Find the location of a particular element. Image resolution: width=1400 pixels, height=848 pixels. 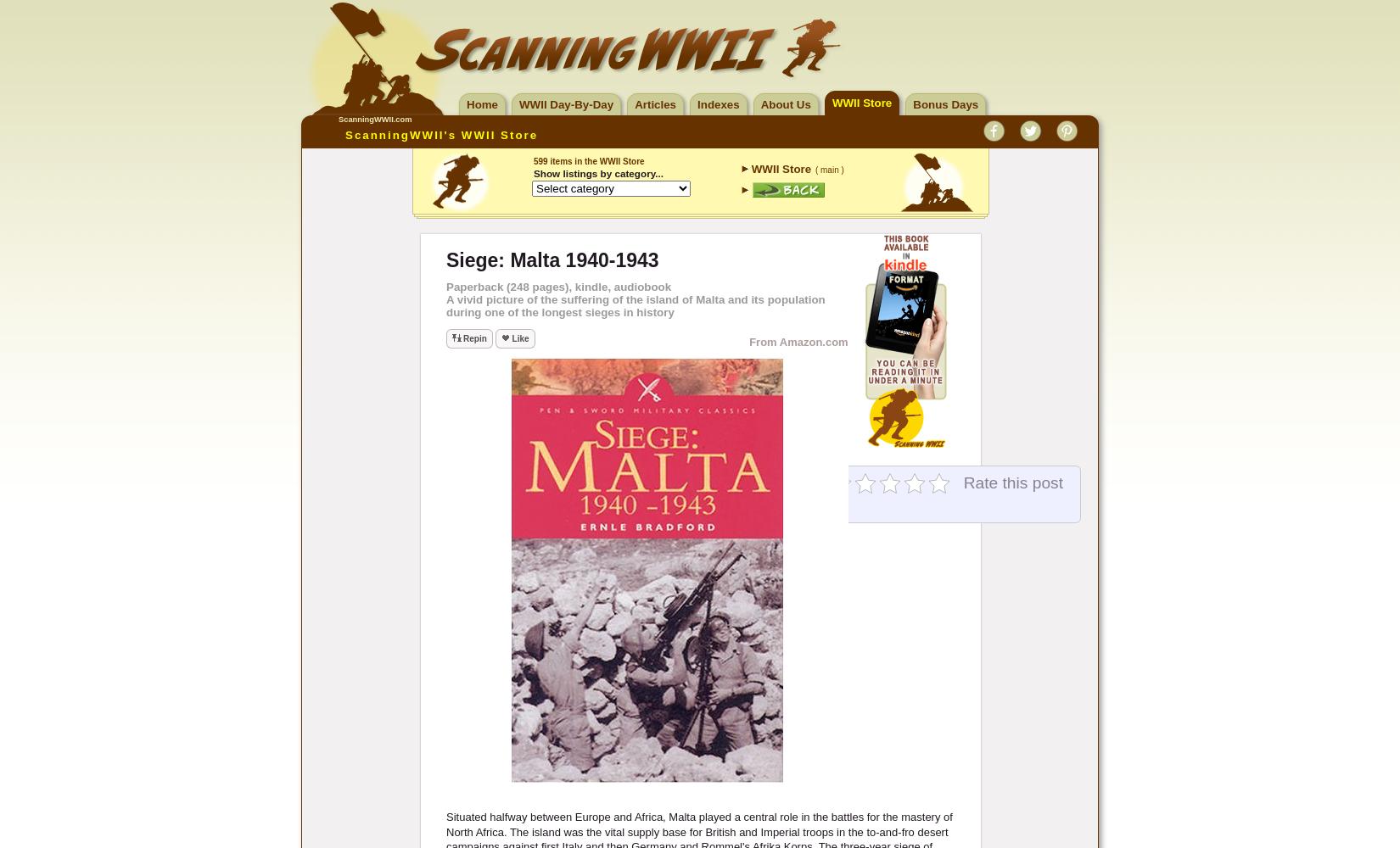

'A vivid picture of the suffering of the island of Malta and its population during one of the longest sieges in history' is located at coordinates (445, 305).